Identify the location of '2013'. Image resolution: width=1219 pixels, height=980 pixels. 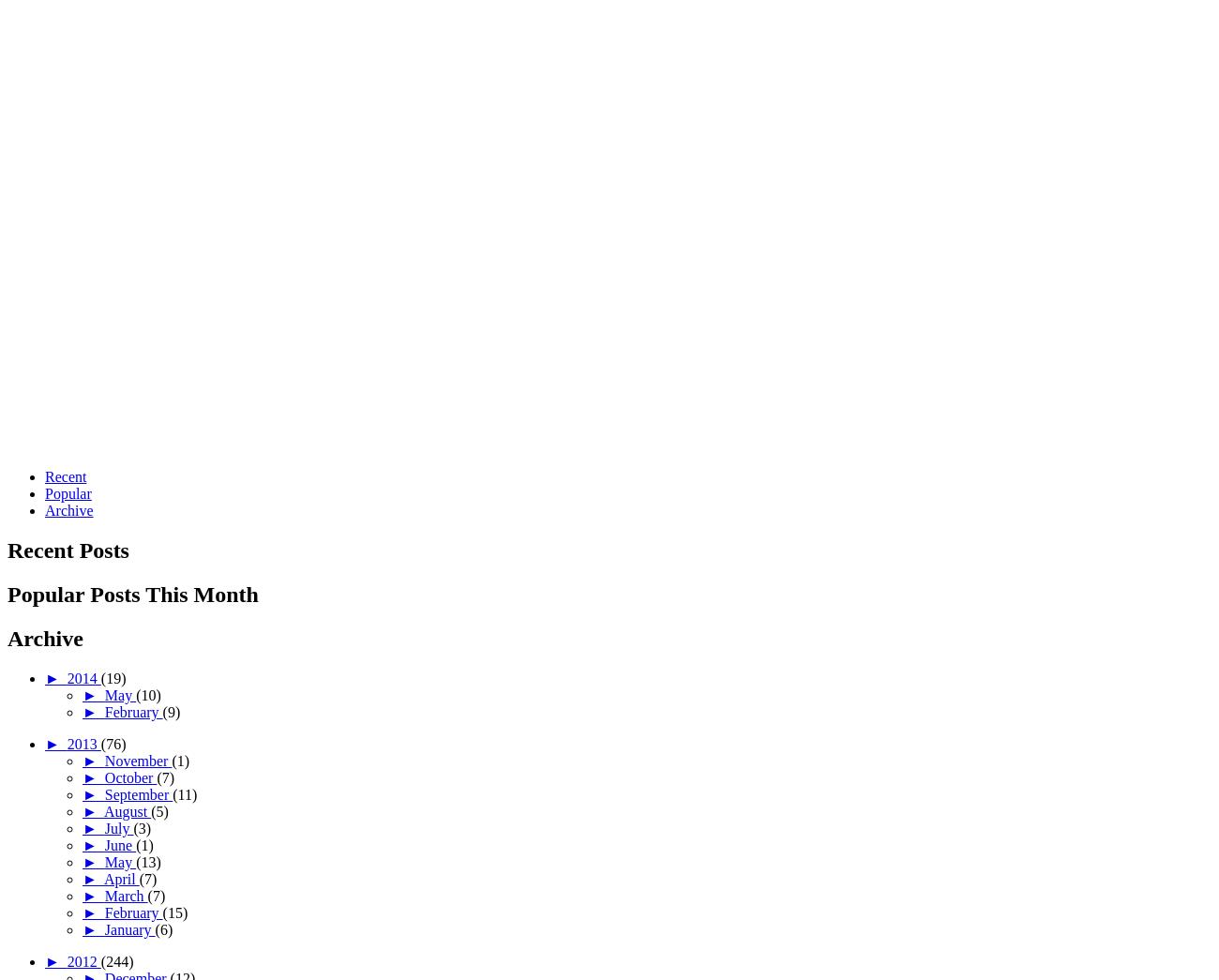
(83, 743).